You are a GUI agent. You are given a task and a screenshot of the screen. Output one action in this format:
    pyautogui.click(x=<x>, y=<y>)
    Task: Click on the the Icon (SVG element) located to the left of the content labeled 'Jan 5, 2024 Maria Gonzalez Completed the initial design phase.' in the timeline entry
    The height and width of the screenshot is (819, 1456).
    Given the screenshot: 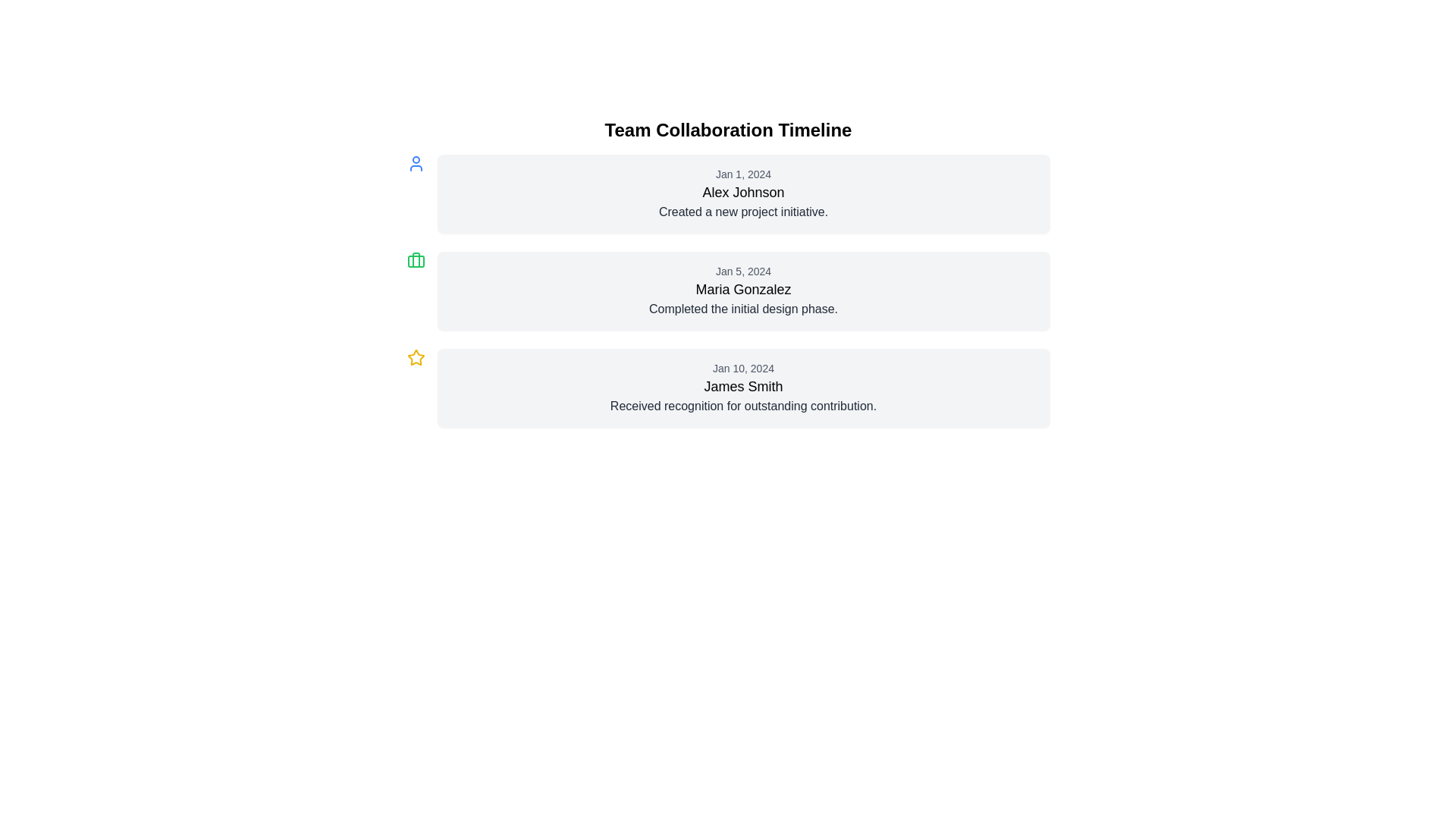 What is the action you would take?
    pyautogui.click(x=416, y=259)
    